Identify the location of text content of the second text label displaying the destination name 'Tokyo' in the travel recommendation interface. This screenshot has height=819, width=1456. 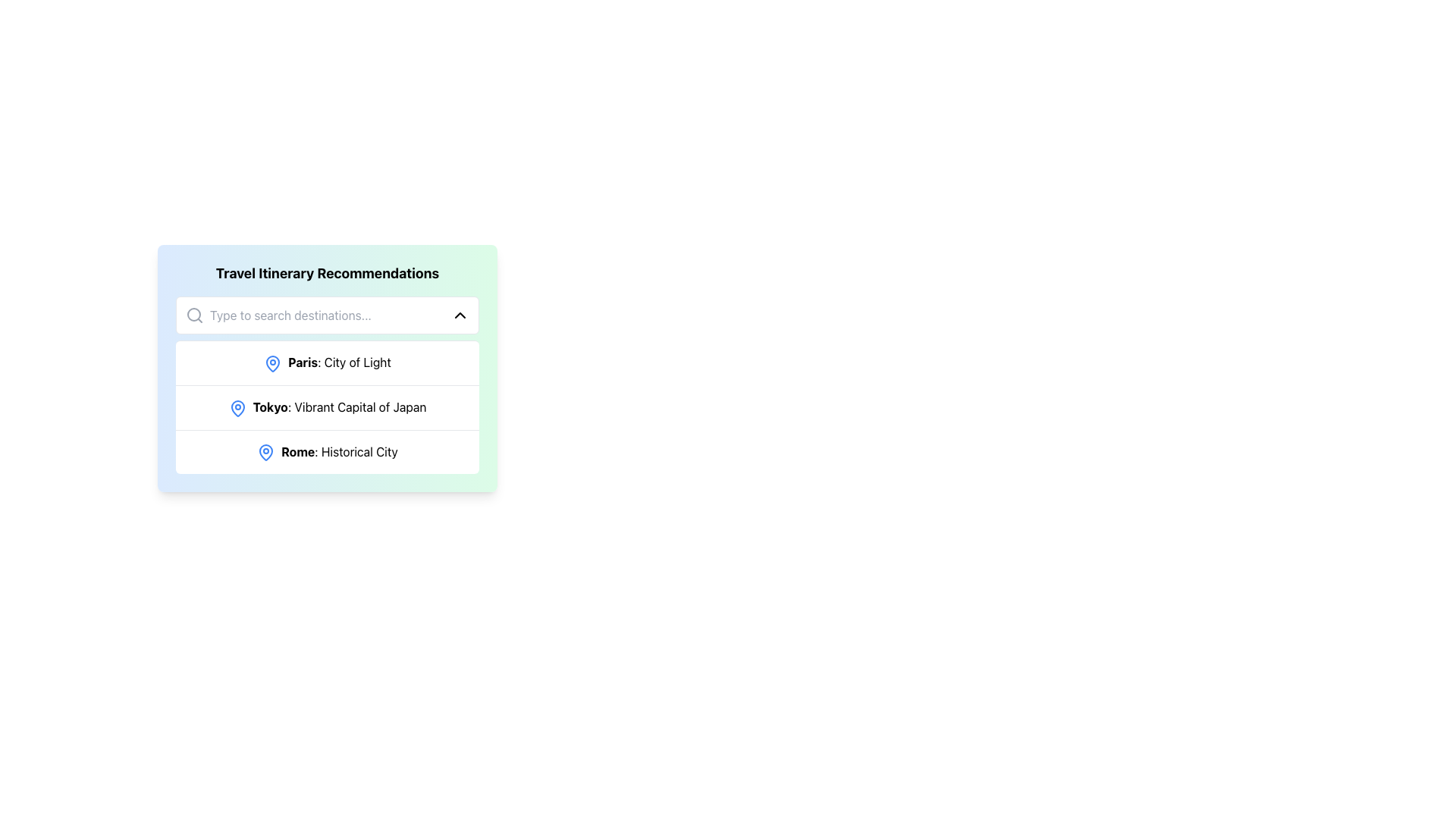
(270, 406).